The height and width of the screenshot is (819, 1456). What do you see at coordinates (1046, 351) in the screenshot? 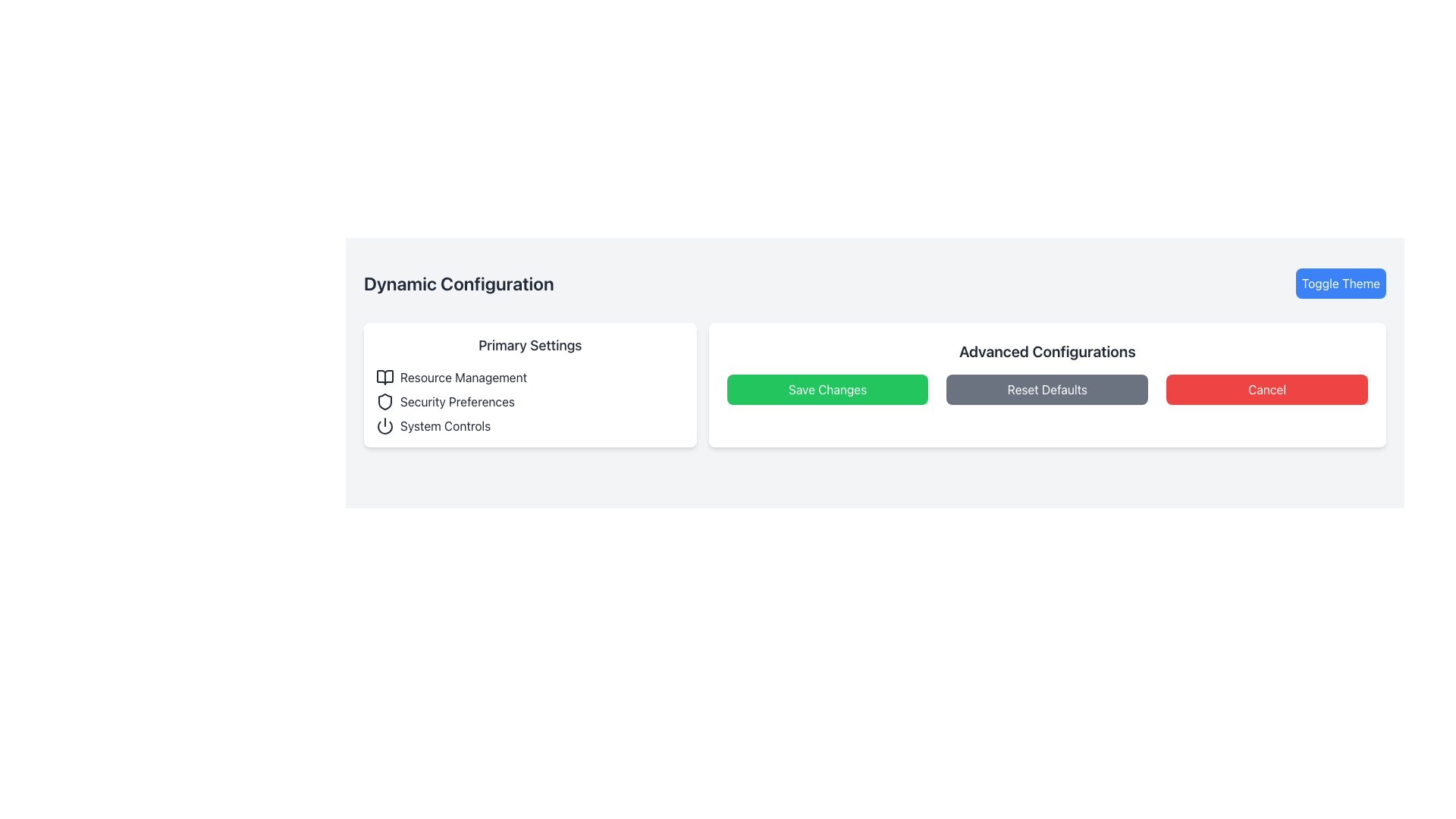
I see `the text label displaying 'Advanced Configurations', which serves as a header for the section above the interactive buttons` at bounding box center [1046, 351].